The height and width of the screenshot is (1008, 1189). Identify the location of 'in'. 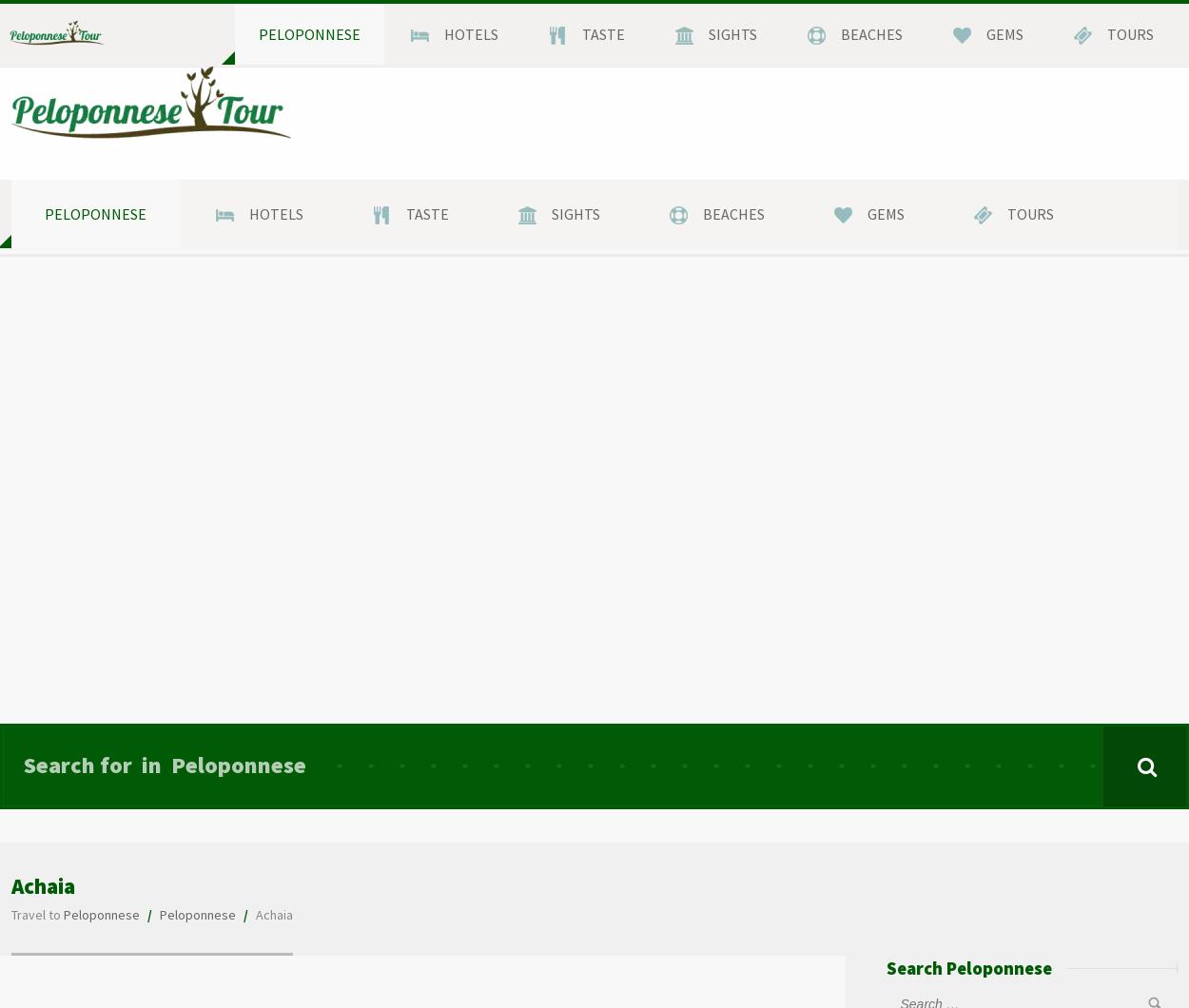
(151, 764).